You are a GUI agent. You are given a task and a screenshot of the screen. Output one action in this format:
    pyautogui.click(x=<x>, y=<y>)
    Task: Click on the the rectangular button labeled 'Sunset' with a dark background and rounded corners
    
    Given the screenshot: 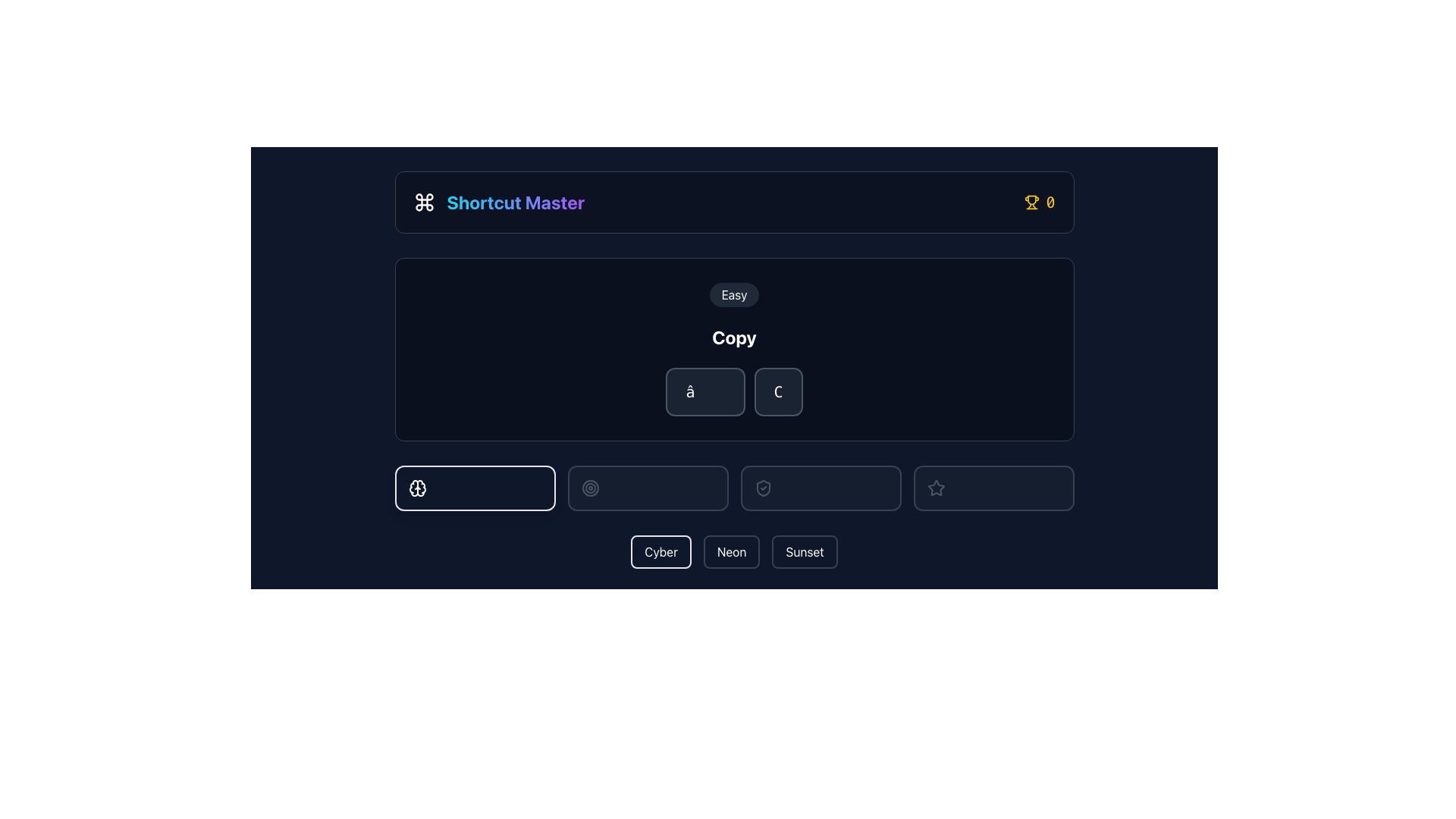 What is the action you would take?
    pyautogui.click(x=804, y=552)
    